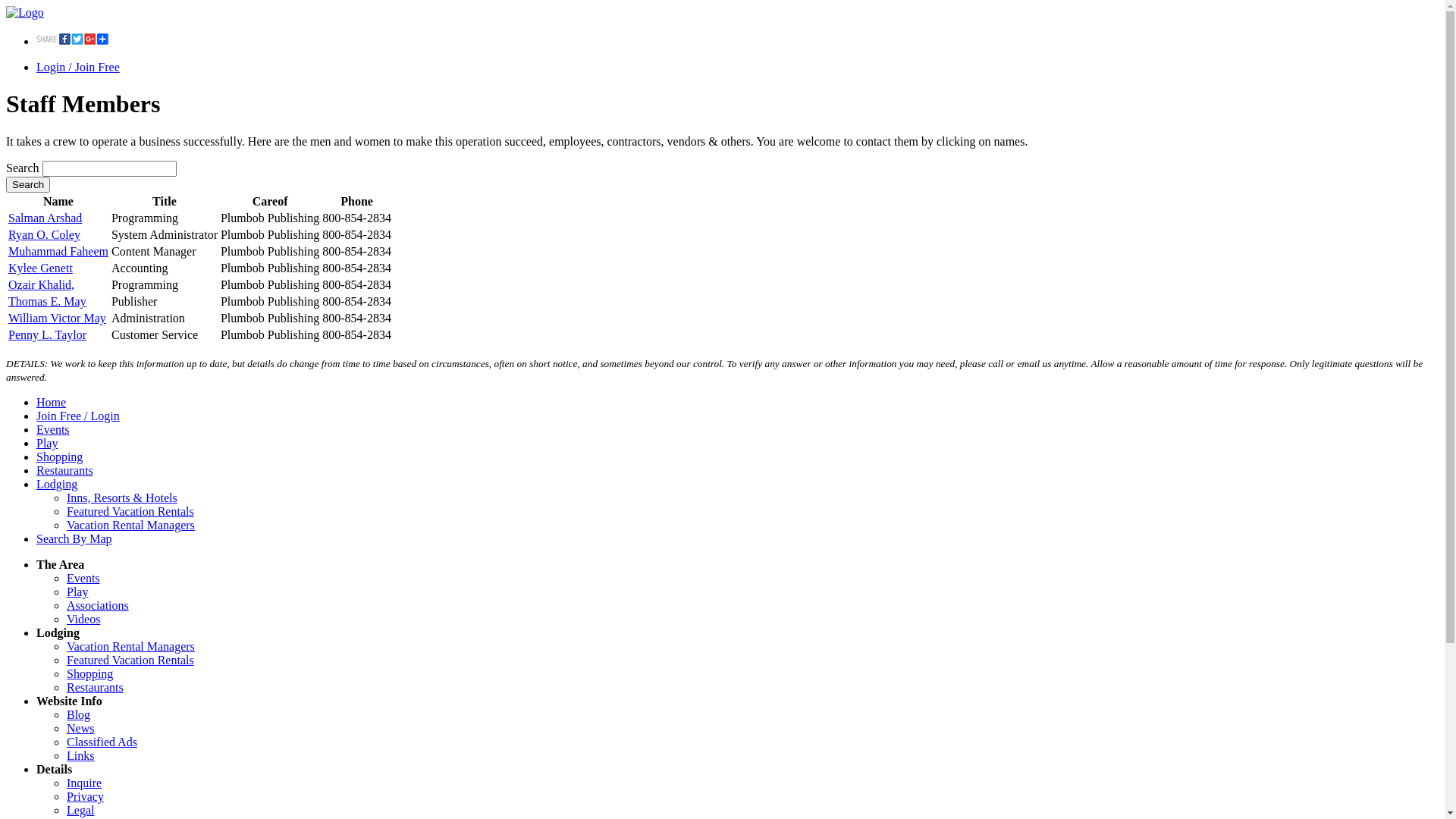  What do you see at coordinates (79, 755) in the screenshot?
I see `'Links'` at bounding box center [79, 755].